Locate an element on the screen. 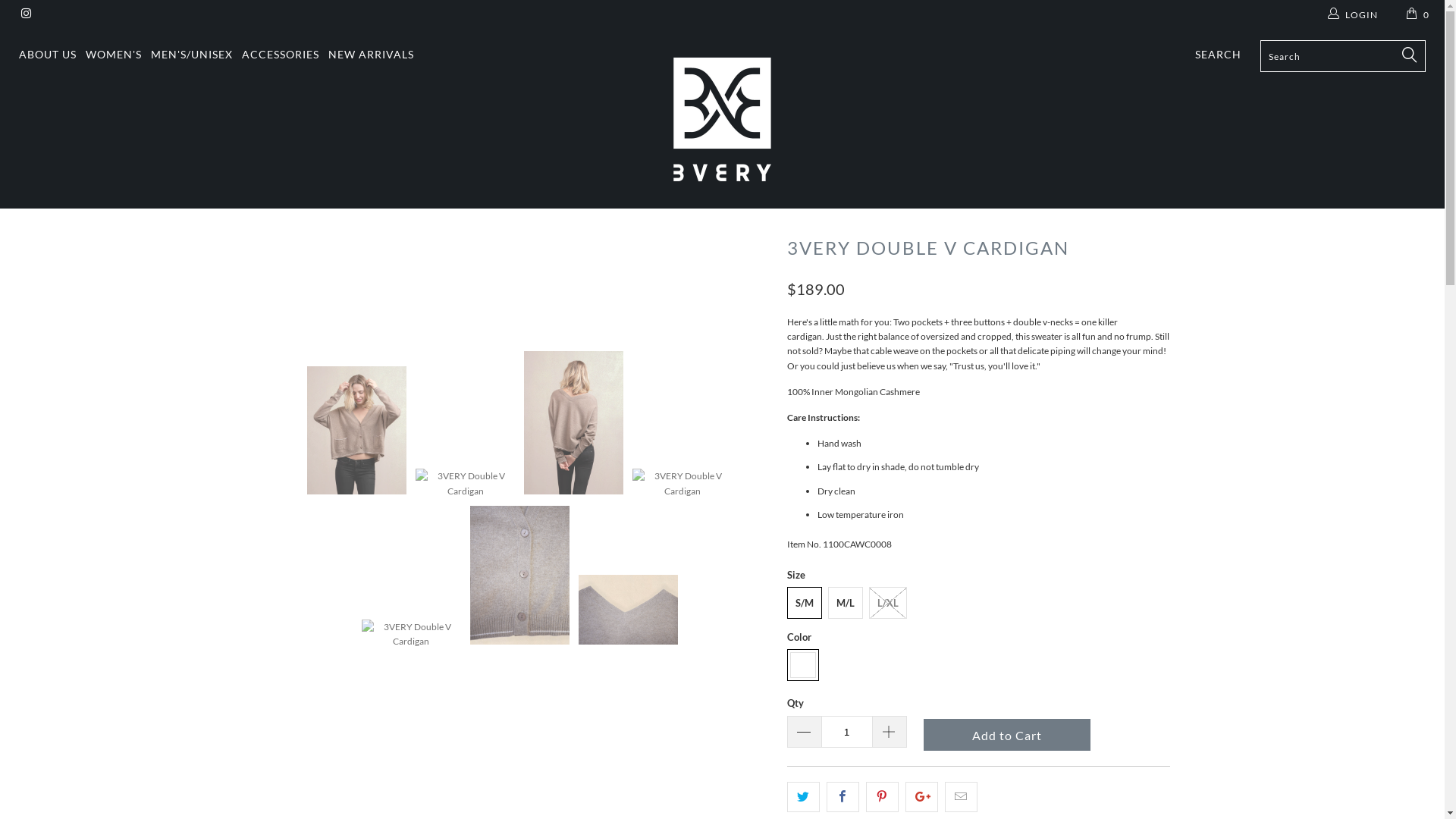 The image size is (1456, 819). 'LOGIN' is located at coordinates (1353, 14).